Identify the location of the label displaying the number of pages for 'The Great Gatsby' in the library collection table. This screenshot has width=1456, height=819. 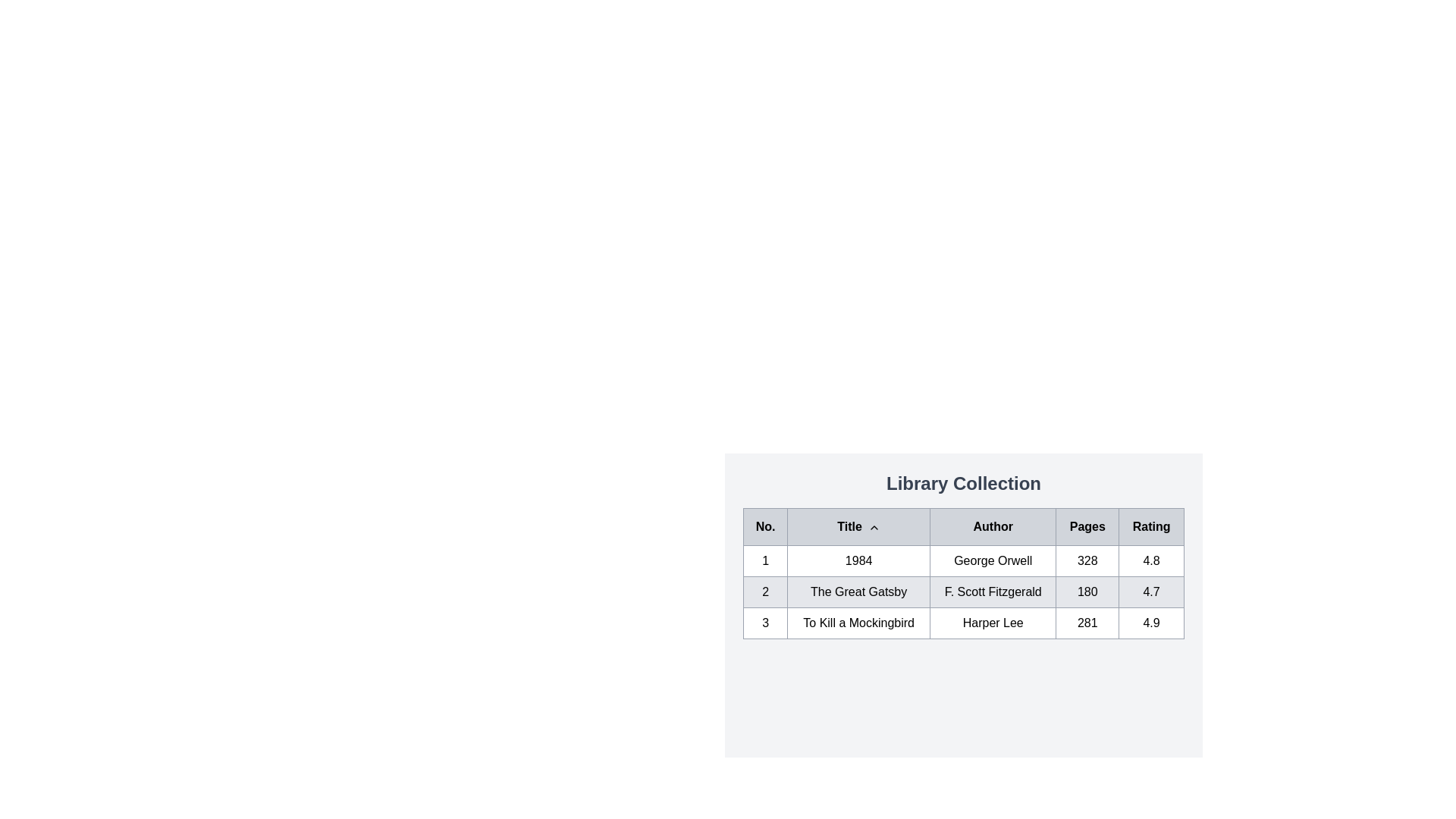
(1087, 591).